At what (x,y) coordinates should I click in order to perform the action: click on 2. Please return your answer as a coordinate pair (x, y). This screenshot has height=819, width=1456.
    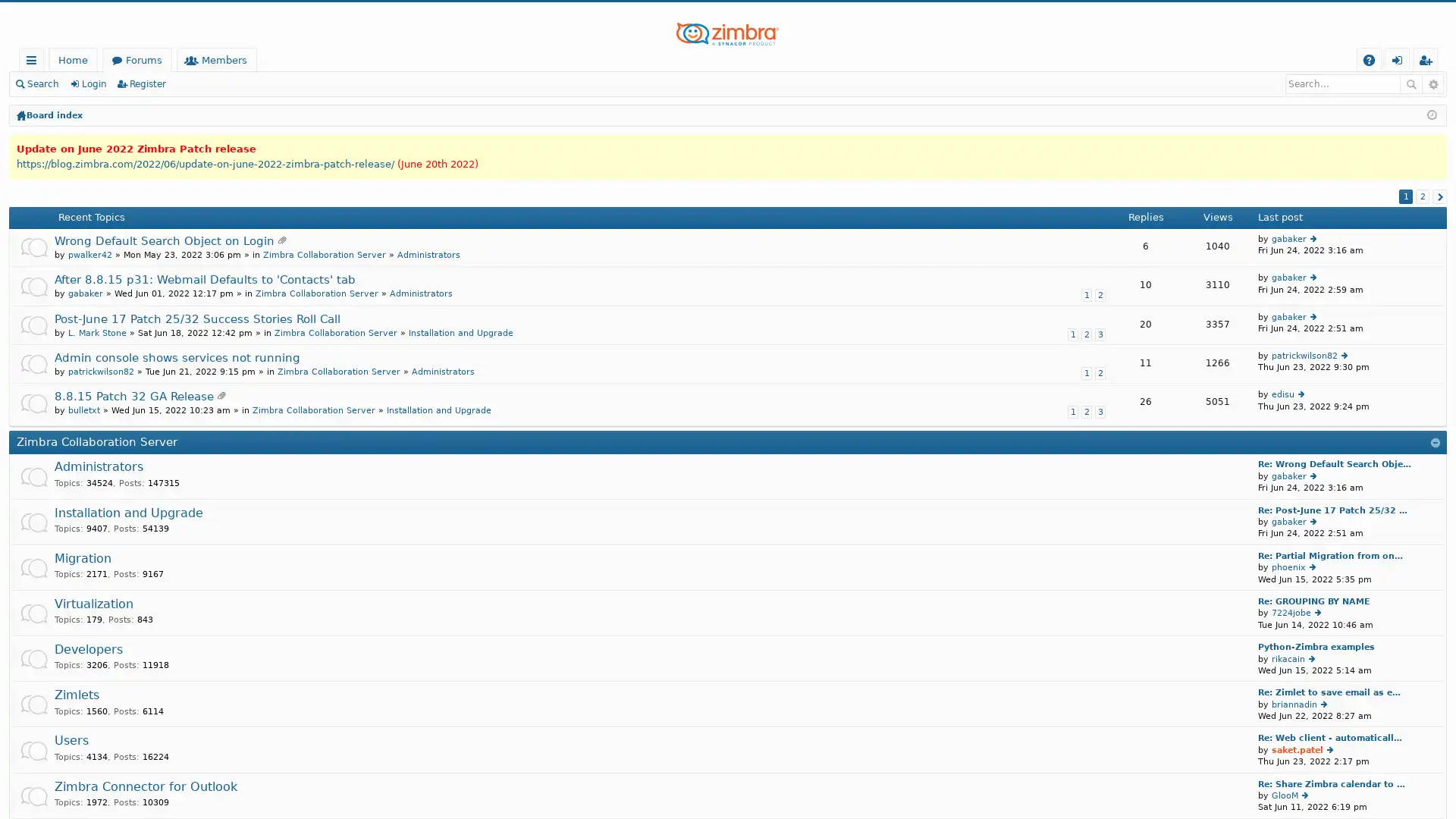
    Looking at the image, I should click on (1422, 195).